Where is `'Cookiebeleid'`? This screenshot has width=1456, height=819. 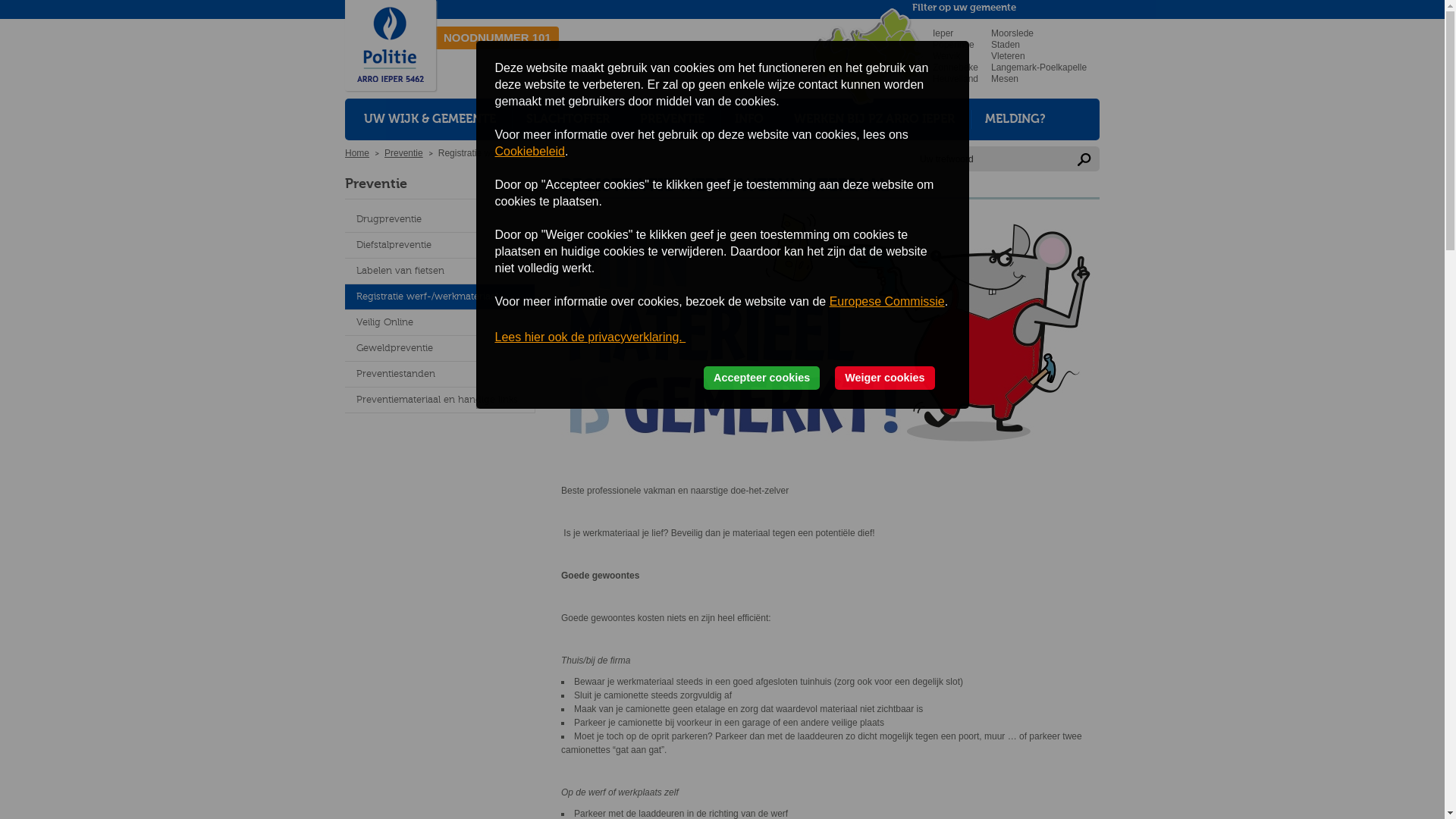 'Cookiebeleid' is located at coordinates (529, 151).